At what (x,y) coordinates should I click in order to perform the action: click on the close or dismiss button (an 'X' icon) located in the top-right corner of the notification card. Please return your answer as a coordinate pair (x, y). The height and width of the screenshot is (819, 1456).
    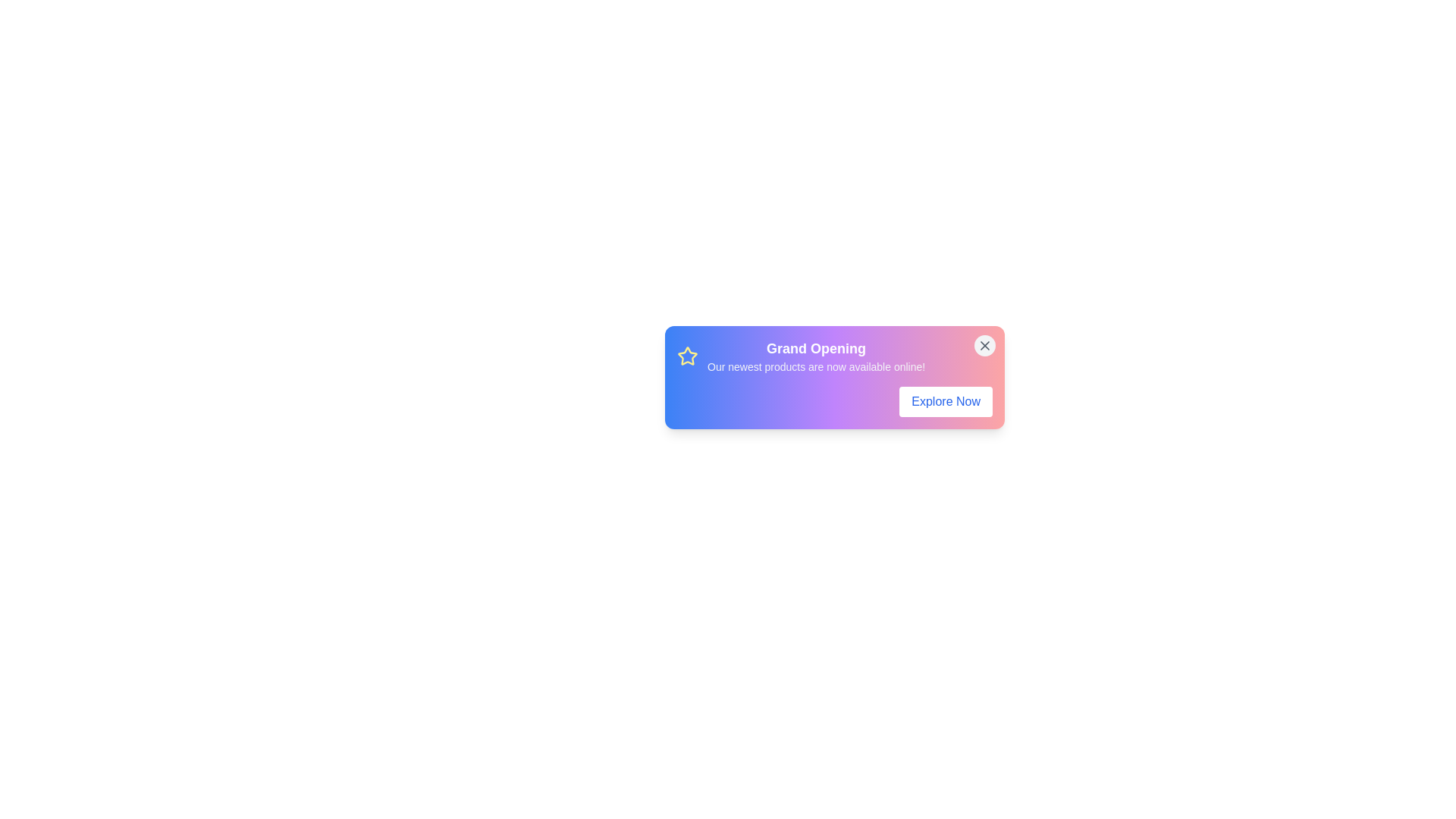
    Looking at the image, I should click on (985, 345).